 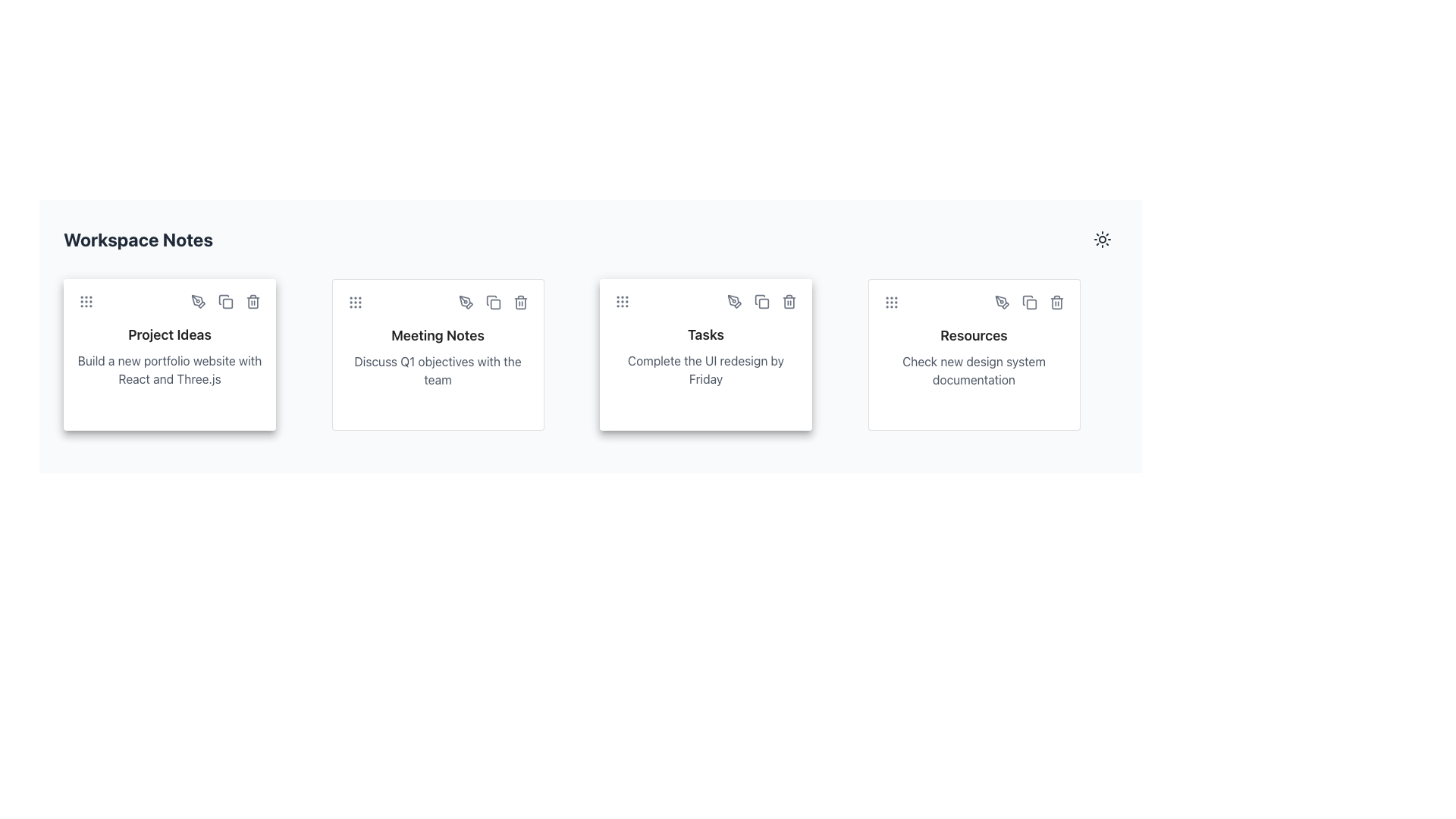 I want to click on the middle vertical rounded rectangle element of the trash icon located in the top-right corner of the 'Resources' card in the fourth column, so click(x=1056, y=303).